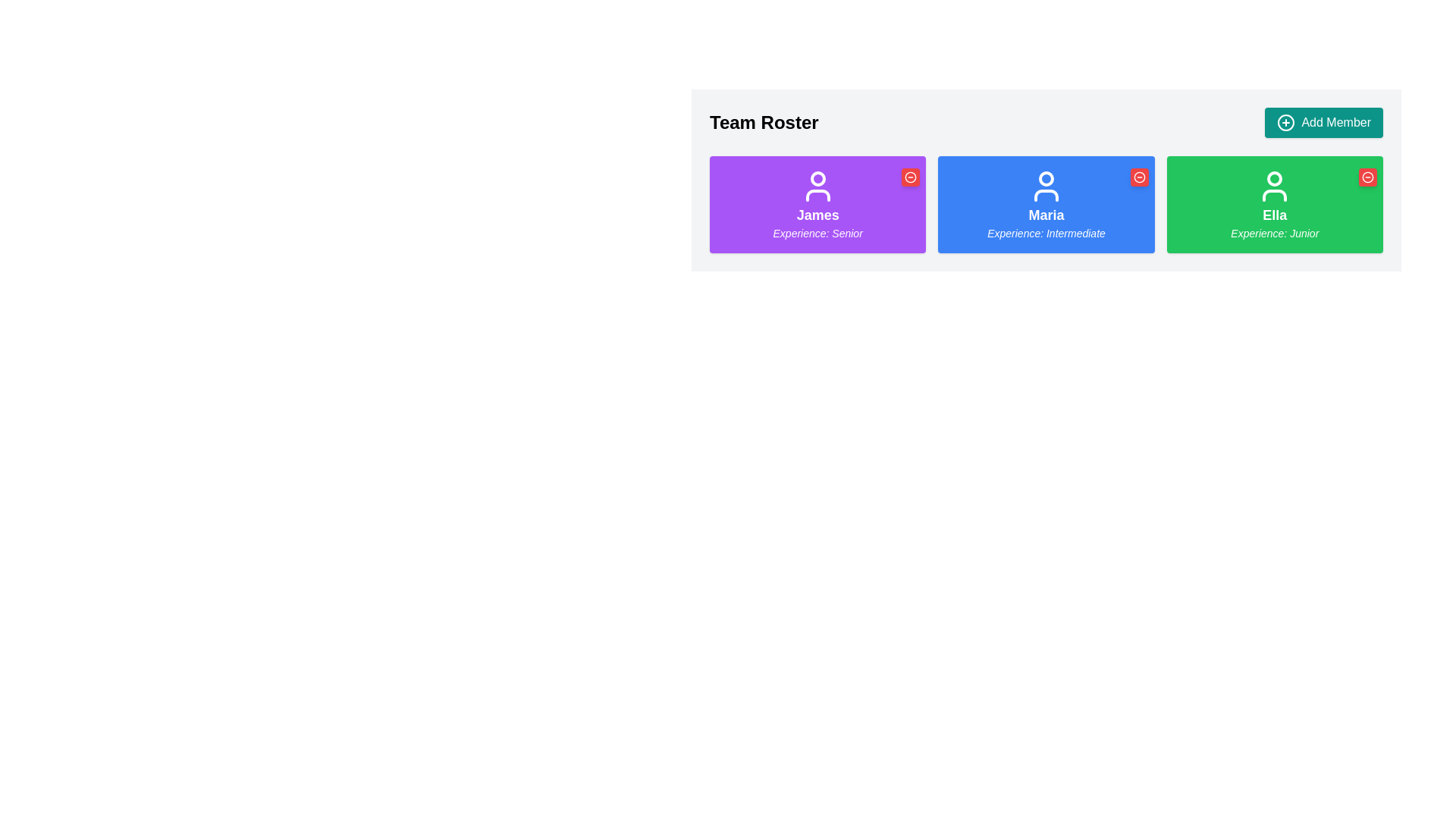  What do you see at coordinates (1285, 122) in the screenshot?
I see `the decorative circular component within the SVG that functions as part of an interactive button for adding new members to the roster` at bounding box center [1285, 122].